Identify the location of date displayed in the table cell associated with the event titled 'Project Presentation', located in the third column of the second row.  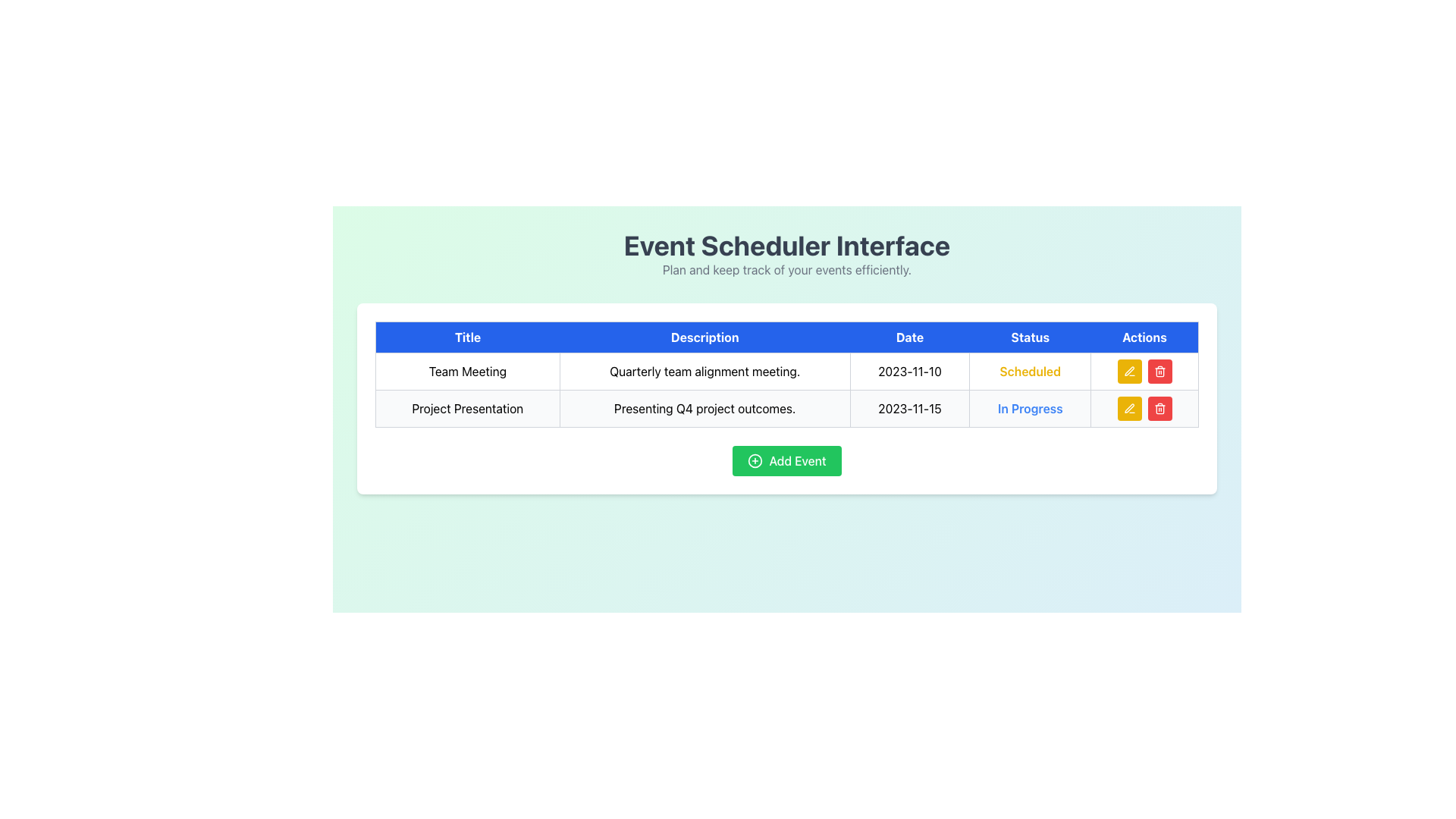
(910, 408).